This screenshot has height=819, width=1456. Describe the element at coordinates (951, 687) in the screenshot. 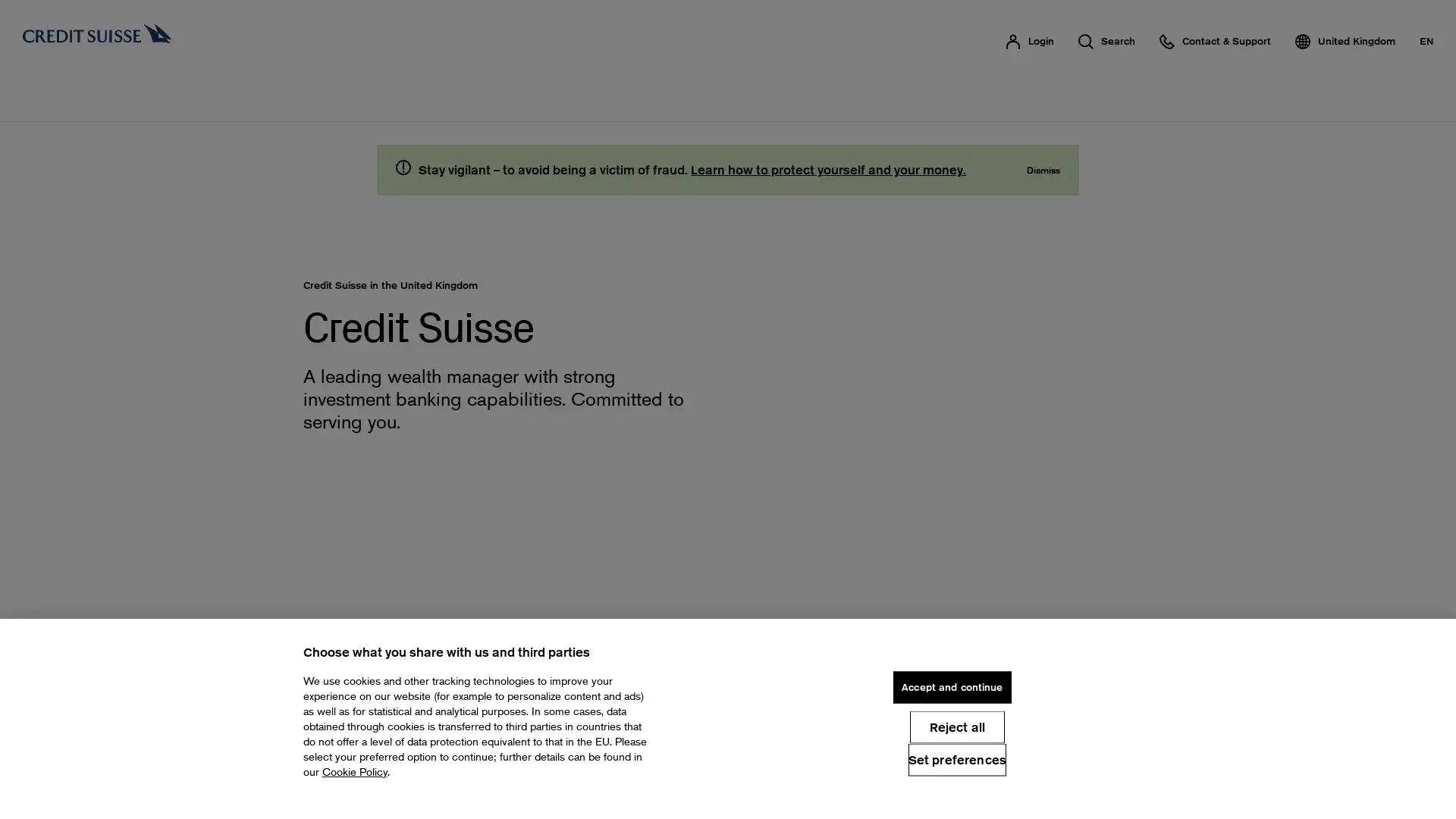

I see `Accept and continue` at that location.